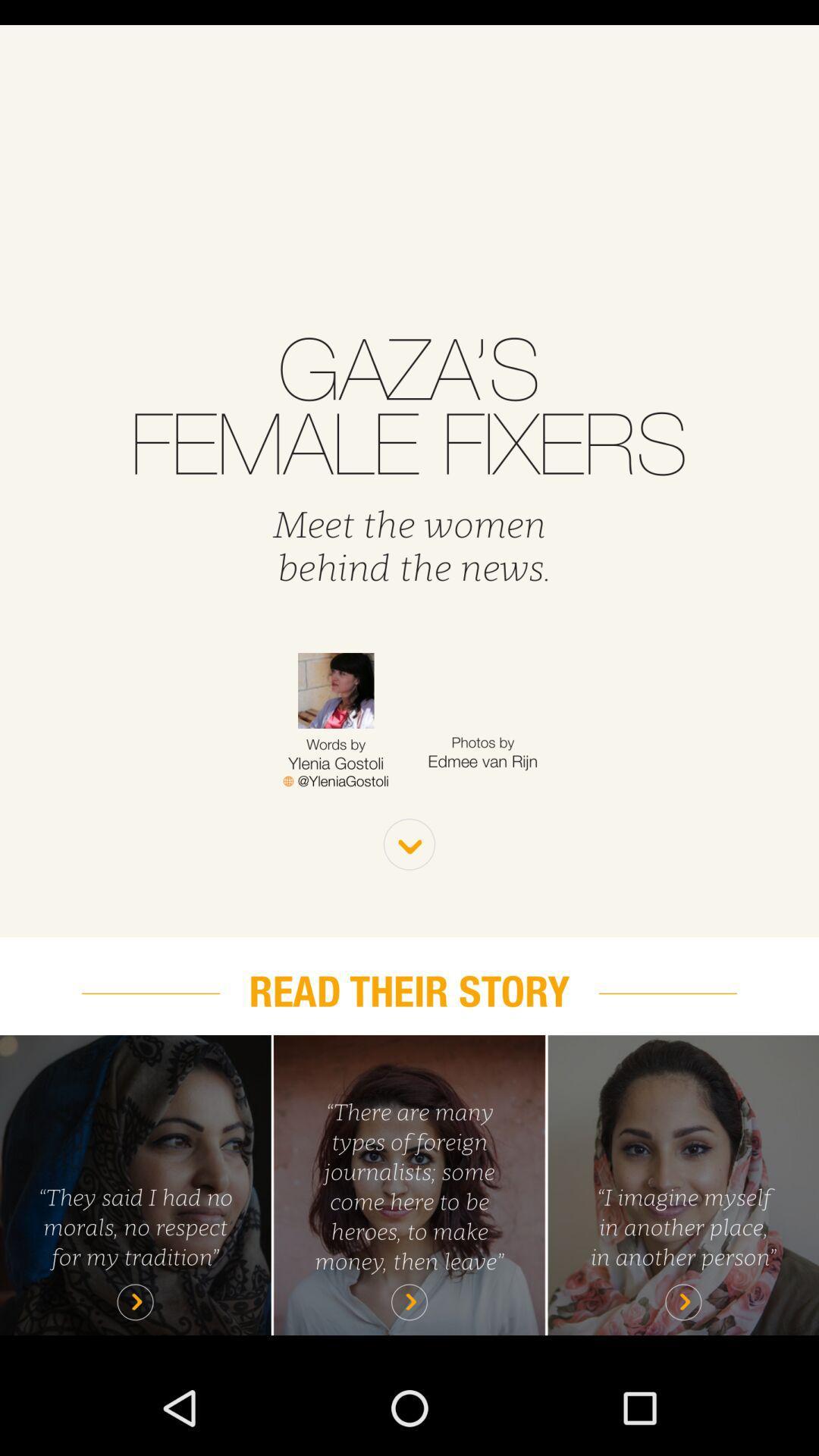 This screenshot has height=1456, width=819. I want to click on the date_range icon, so click(335, 835).